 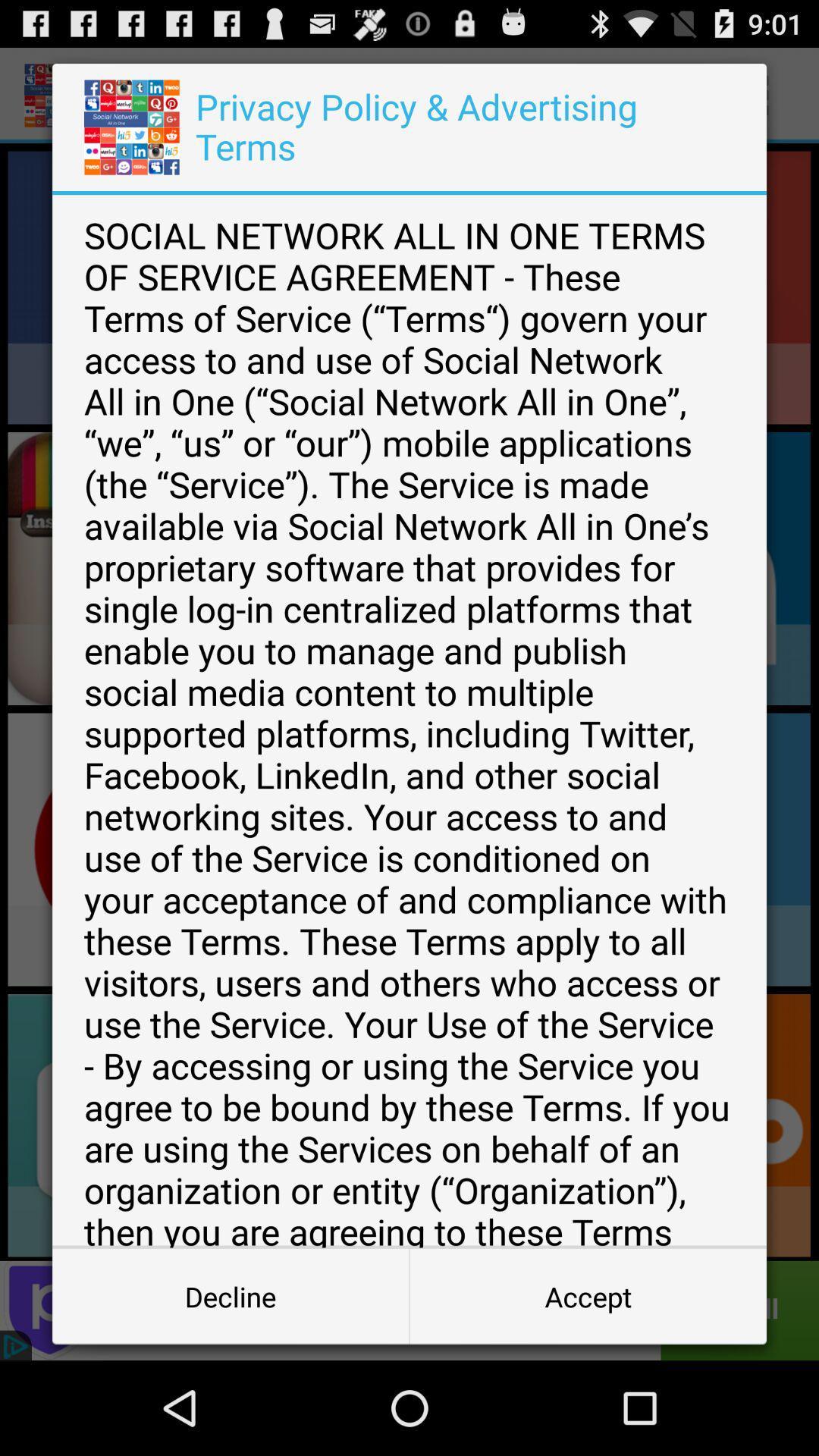 I want to click on accept button, so click(x=587, y=1295).